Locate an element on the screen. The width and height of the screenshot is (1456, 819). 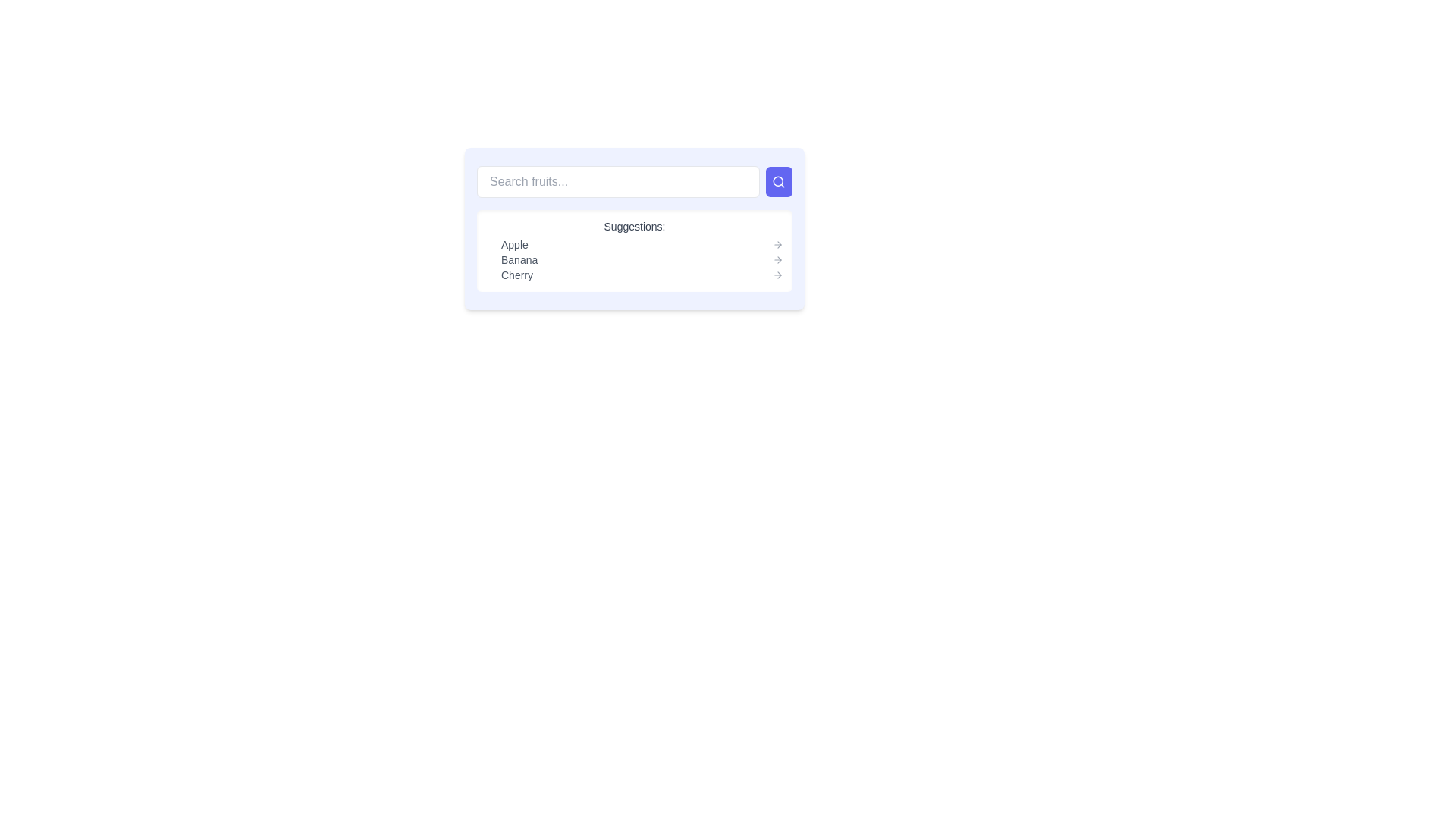
the text label for the suggestions section, which is a rectangular box with a light indigo background containing the heading 'Suggestions:' and a list of suggestions is located at coordinates (634, 228).